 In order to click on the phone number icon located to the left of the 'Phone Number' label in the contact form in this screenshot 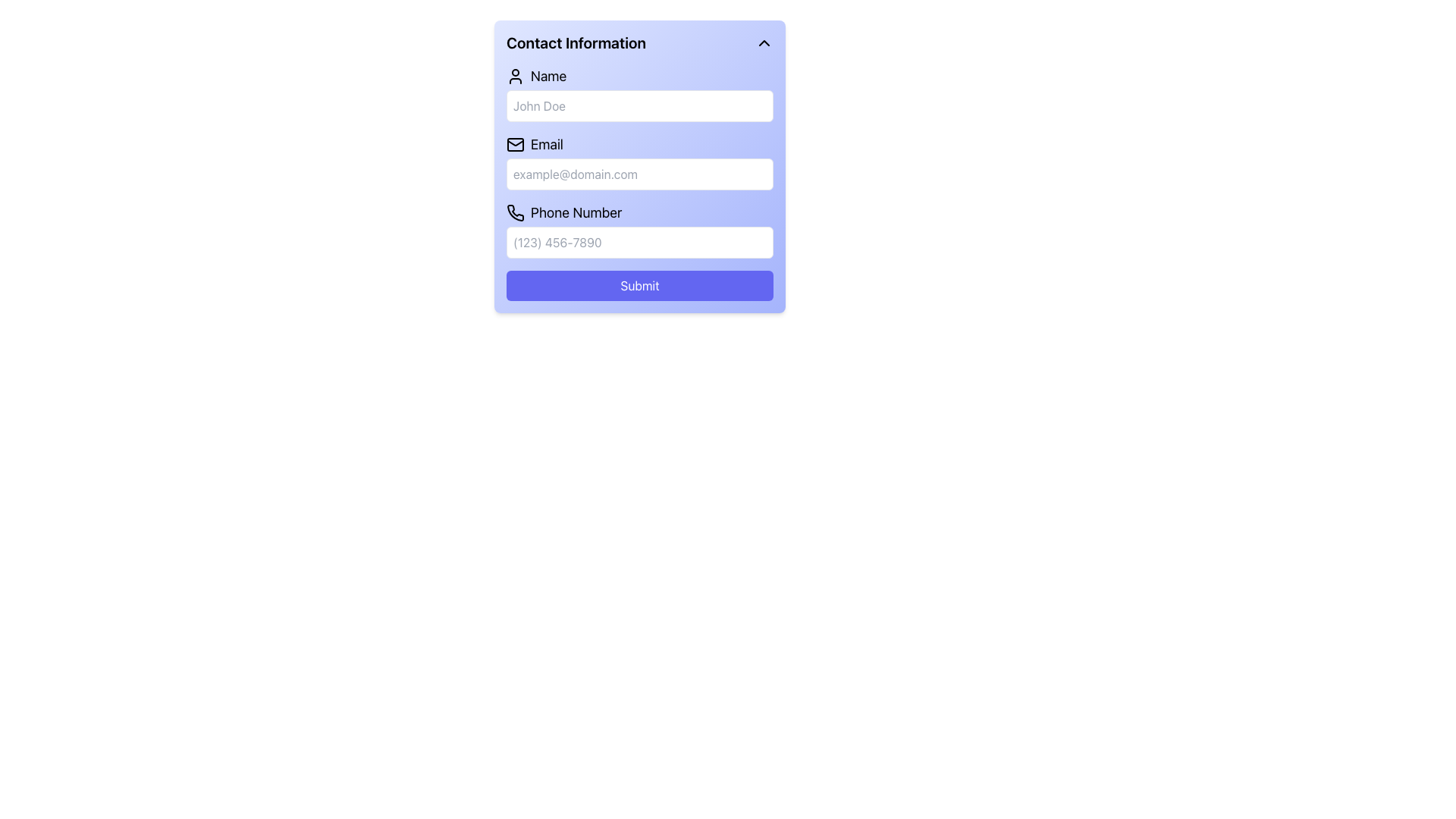, I will do `click(516, 213)`.